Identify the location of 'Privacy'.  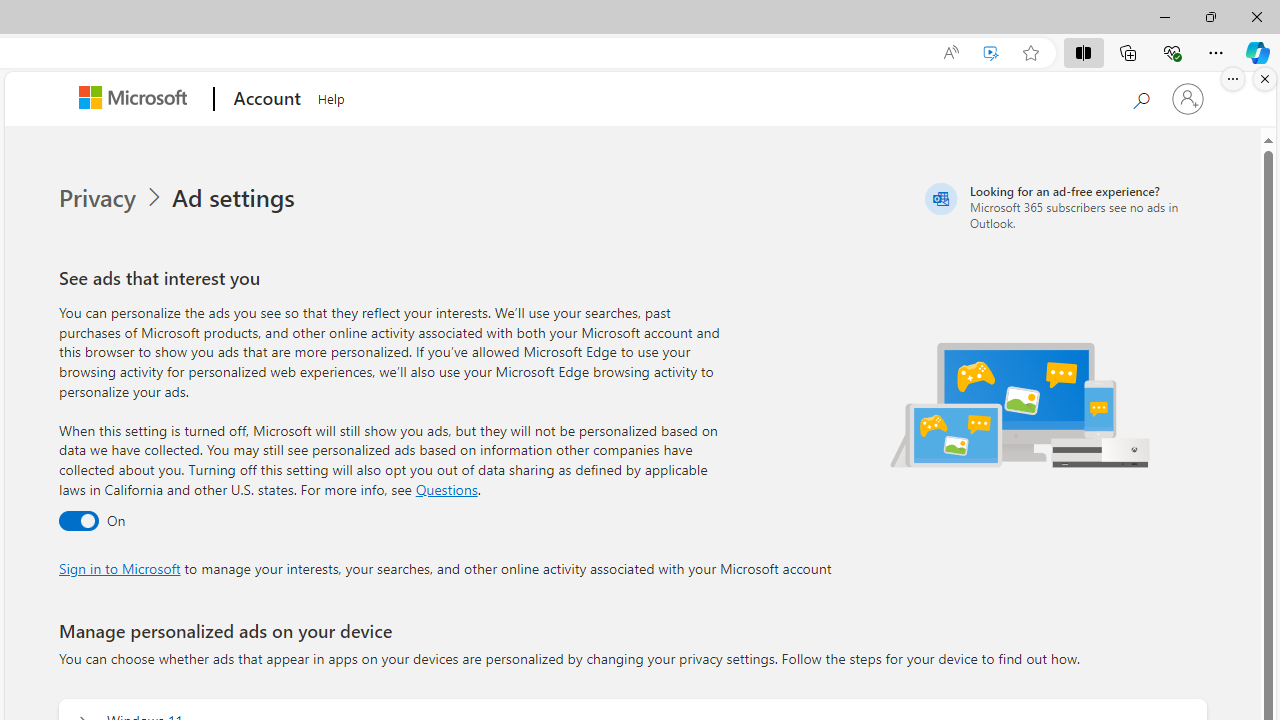
(112, 198).